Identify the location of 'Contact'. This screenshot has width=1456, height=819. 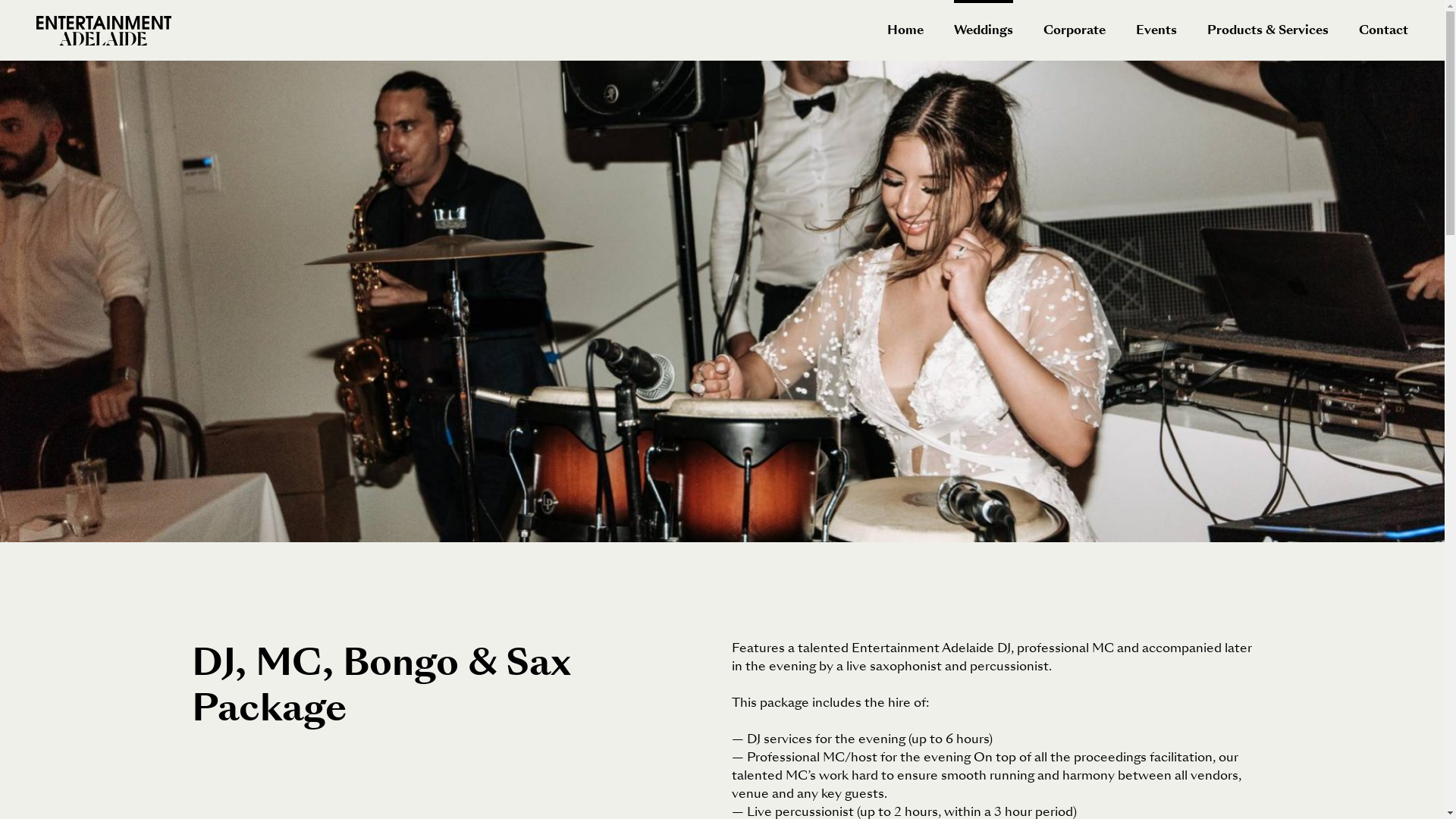
(1383, 30).